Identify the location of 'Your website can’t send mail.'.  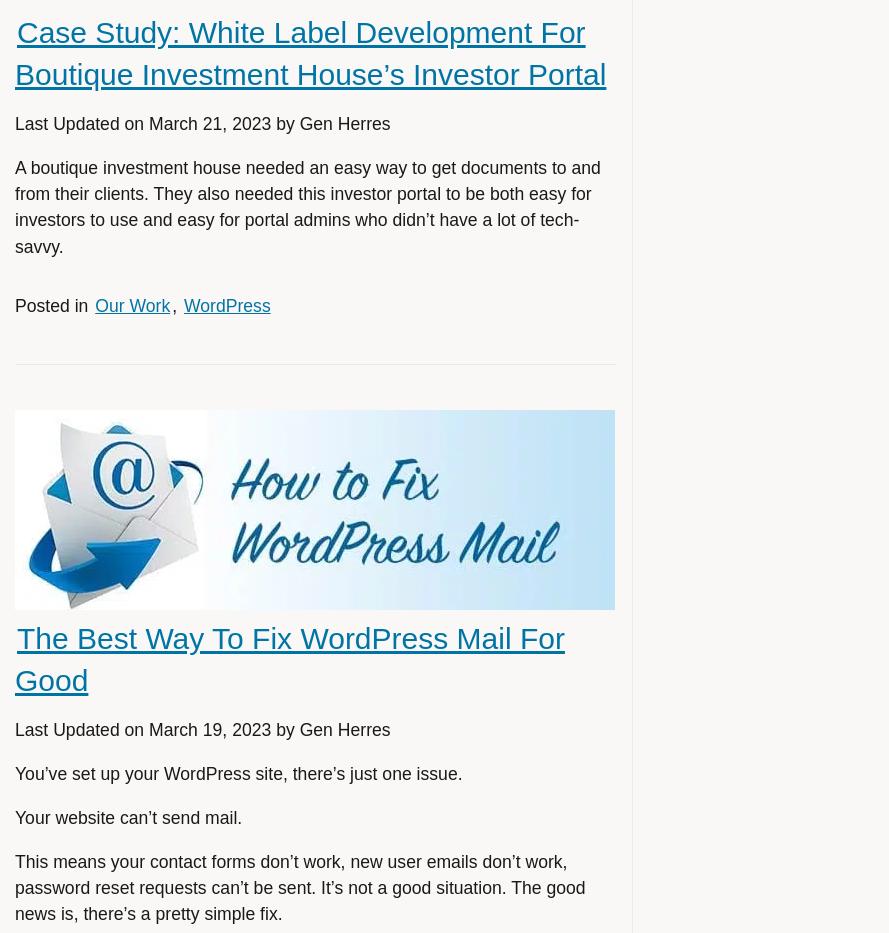
(128, 817).